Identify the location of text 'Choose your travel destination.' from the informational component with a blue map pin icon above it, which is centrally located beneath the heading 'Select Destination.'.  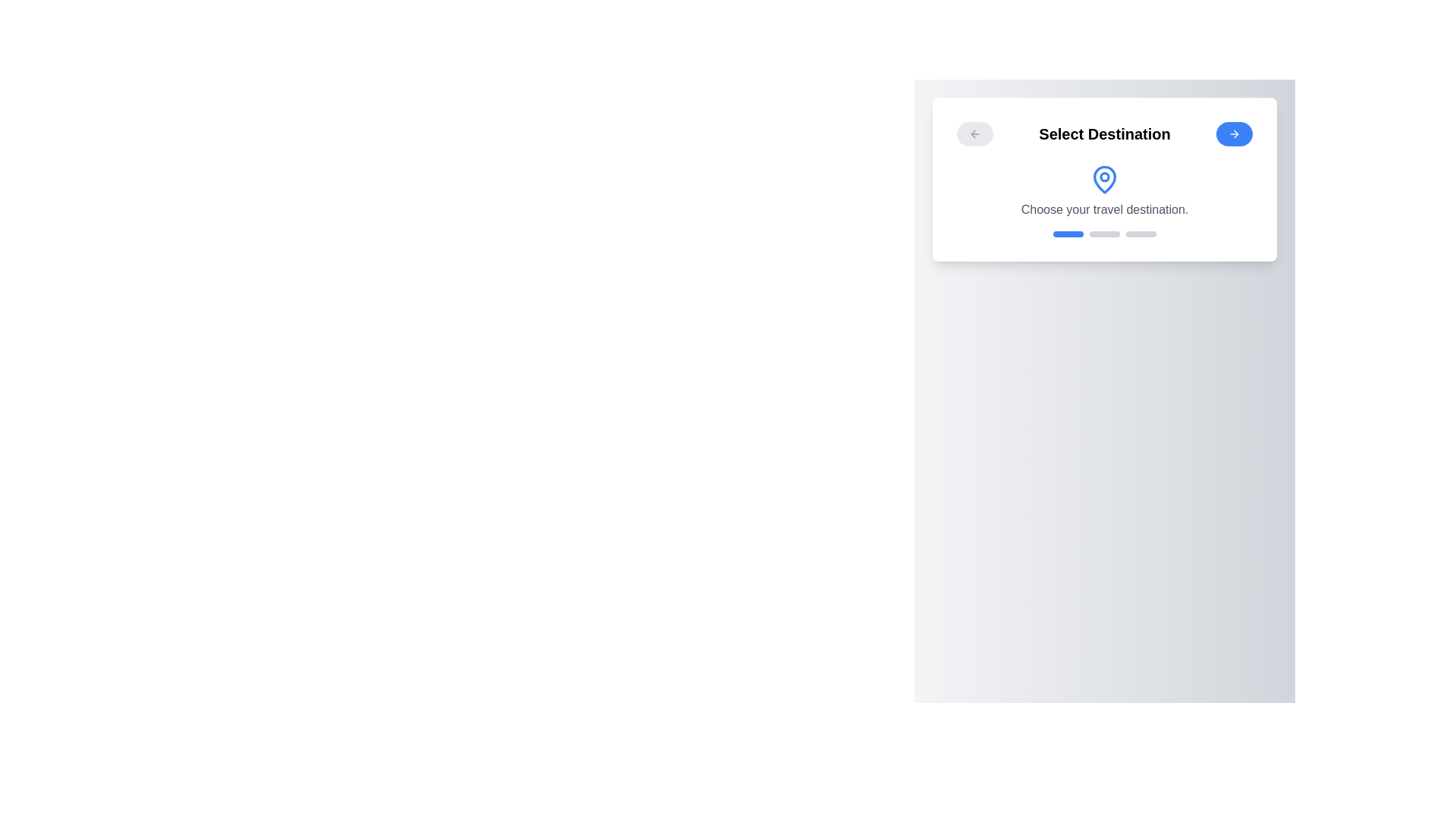
(1105, 191).